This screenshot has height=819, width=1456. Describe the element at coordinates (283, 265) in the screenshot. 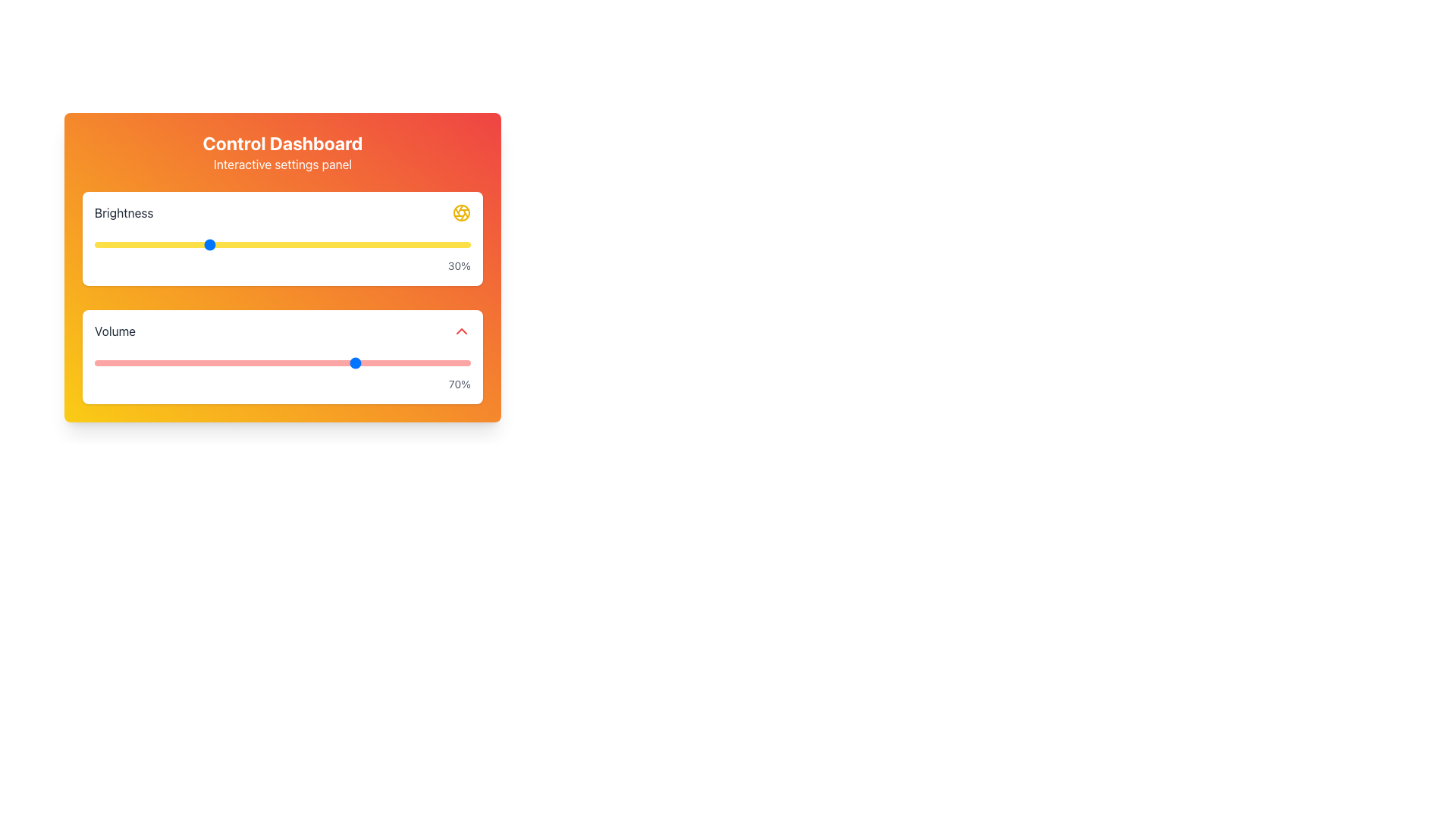

I see `the text label displaying '30%' which is styled in a smaller font size, aligned to the right, and located below the brightness slider in the brightness settings card` at that location.